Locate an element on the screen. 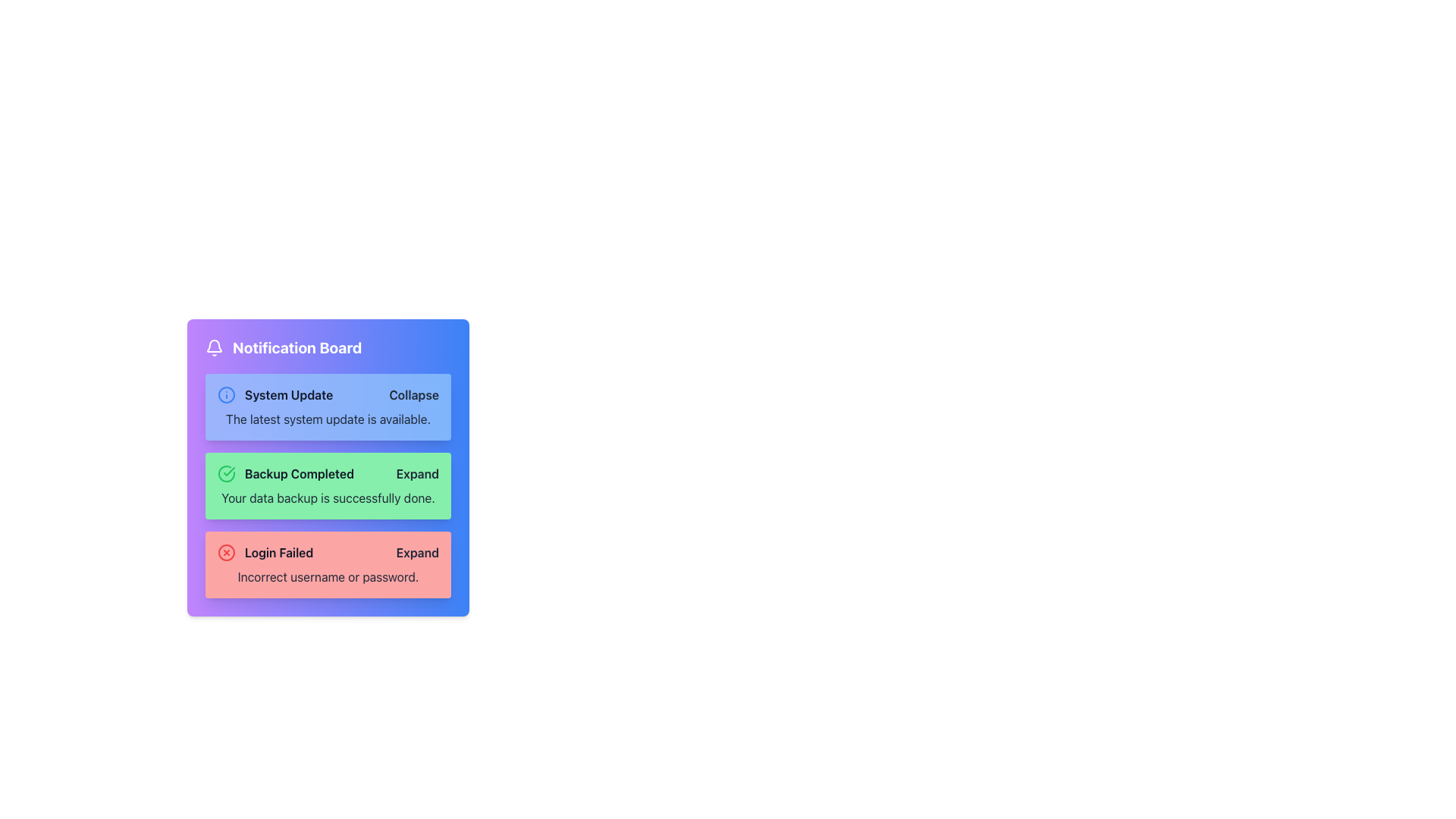  error message from the Notification Card that appears after a login failure, positioned as the third notification in the Notification Board is located at coordinates (327, 564).